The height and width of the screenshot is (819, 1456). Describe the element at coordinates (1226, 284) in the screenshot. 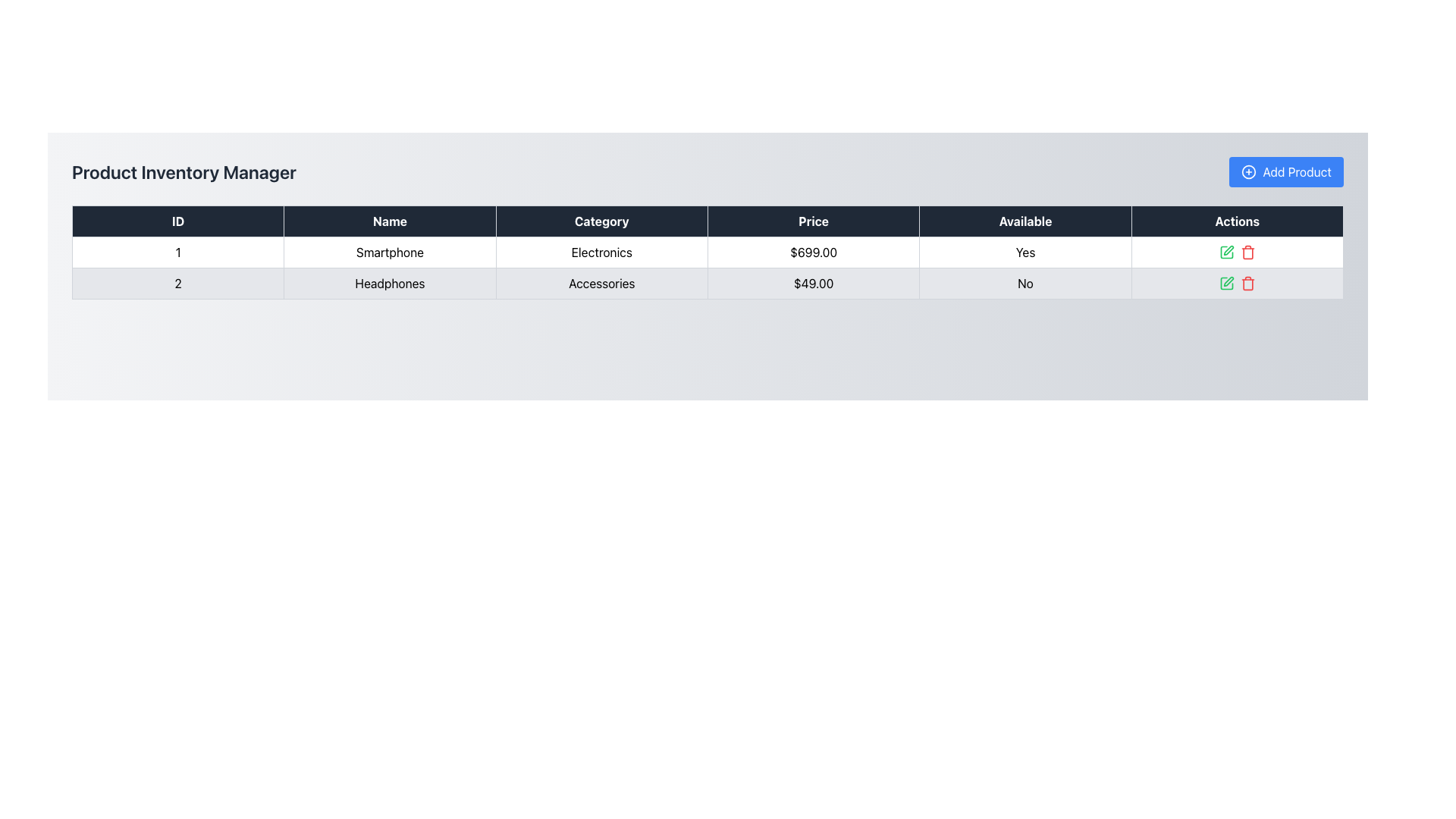

I see `the green pen icon button in the Actions column of the second row` at that location.